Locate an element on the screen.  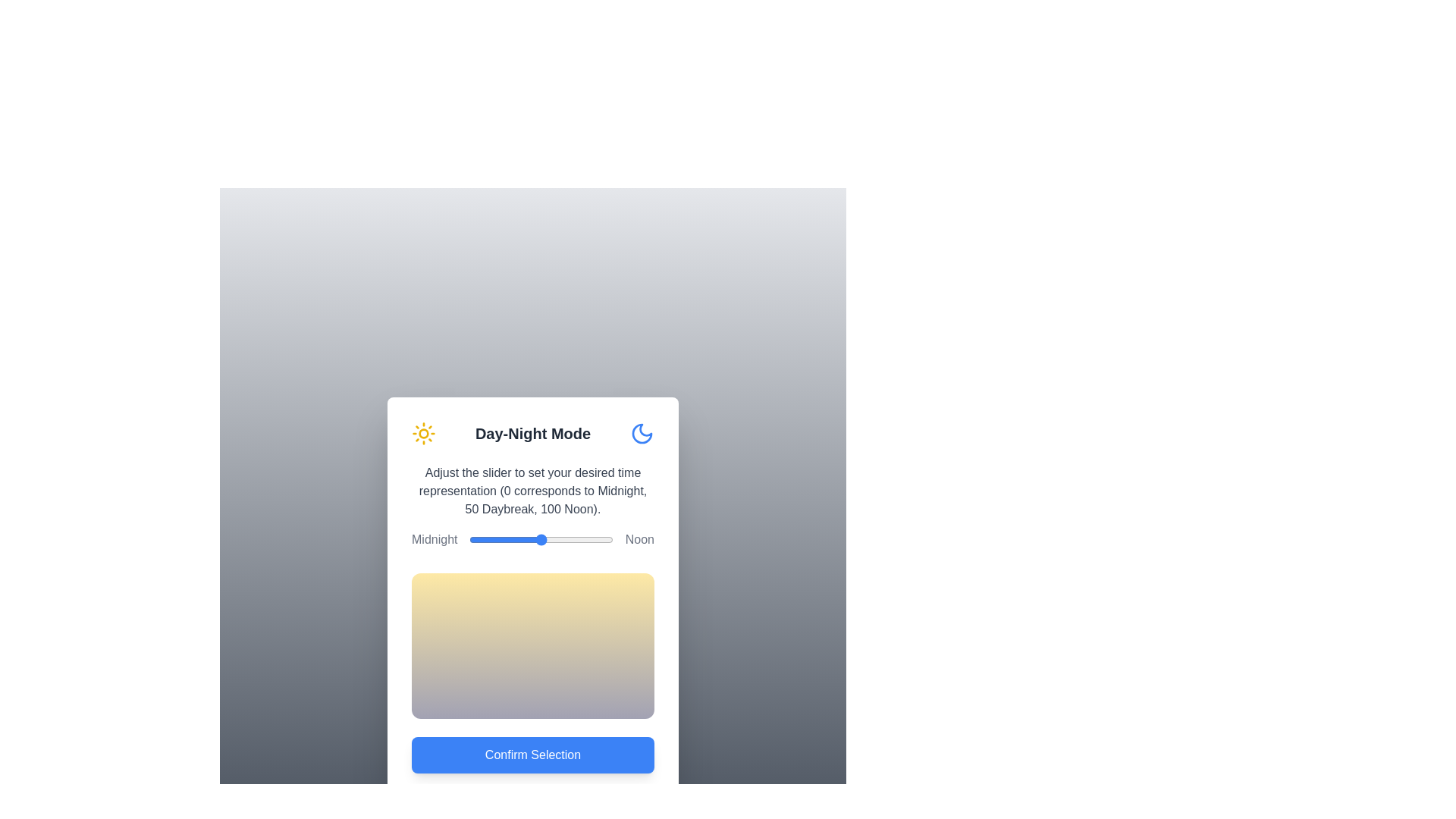
the slider to set the time representation to 34 is located at coordinates (518, 539).